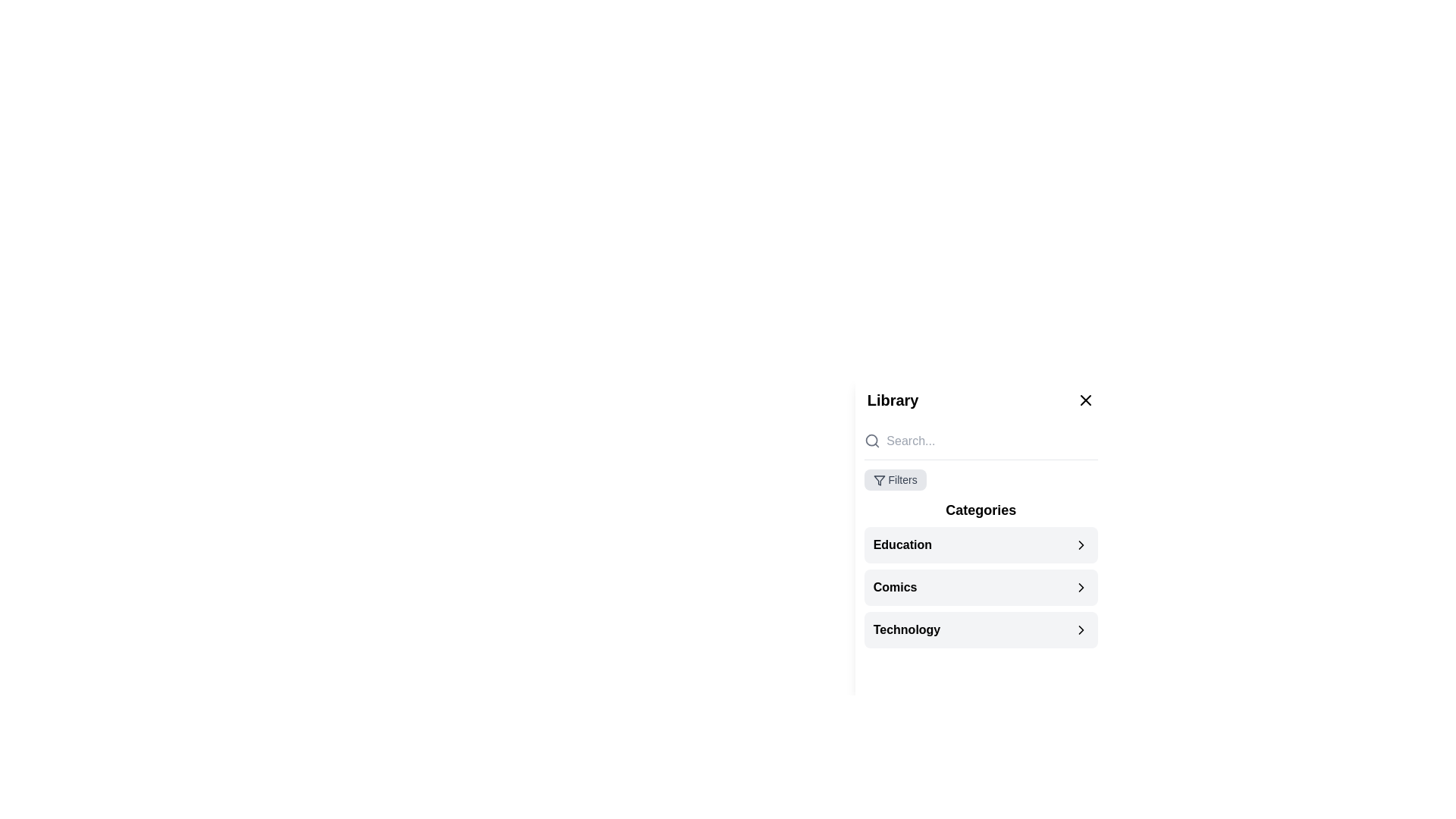 This screenshot has height=819, width=1456. I want to click on the filter icon located inside the 'Filters' button, which is positioned as the leftmost subcomponent adjacent to the text label, so click(879, 481).